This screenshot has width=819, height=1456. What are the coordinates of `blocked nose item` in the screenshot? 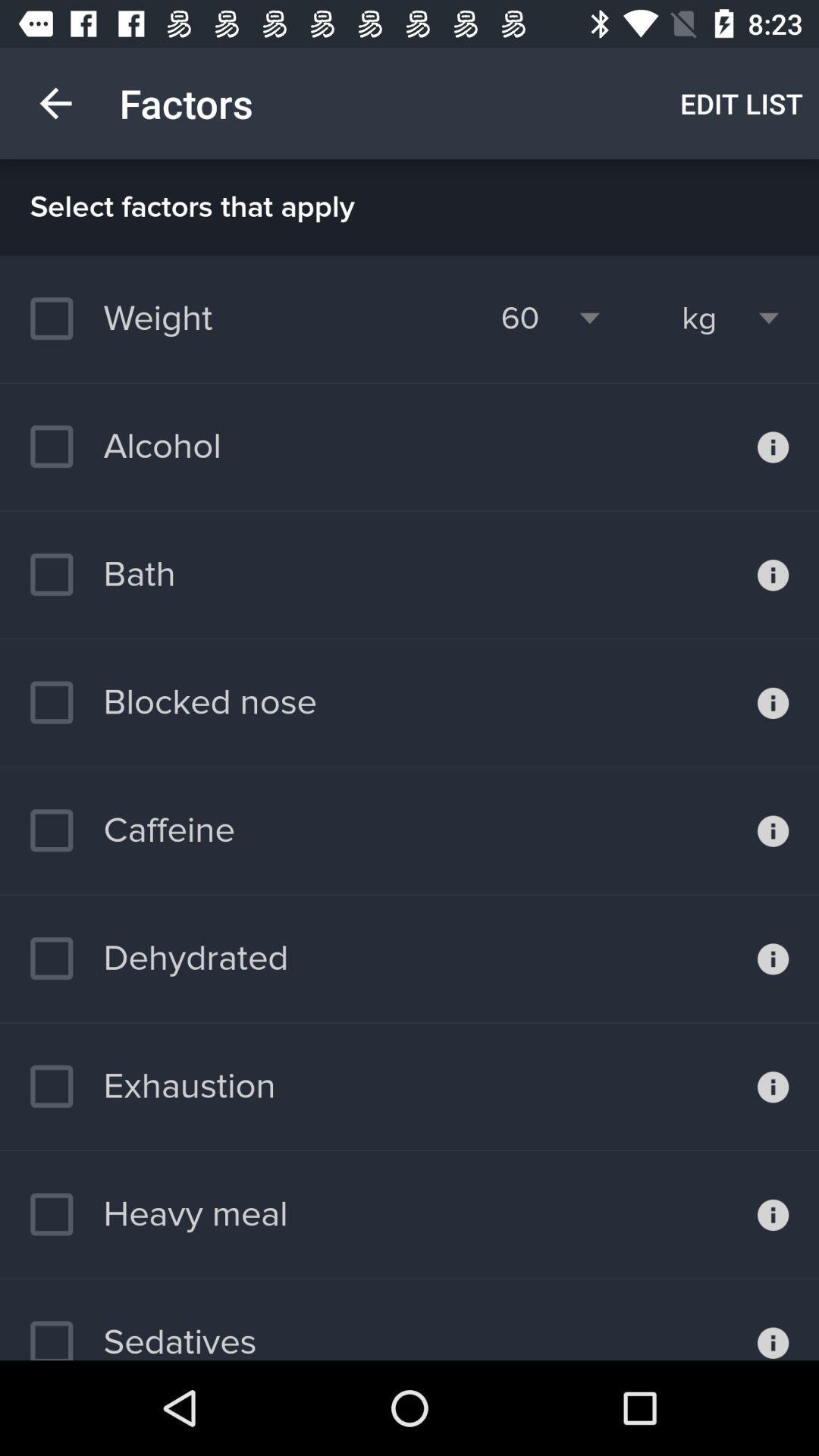 It's located at (172, 701).